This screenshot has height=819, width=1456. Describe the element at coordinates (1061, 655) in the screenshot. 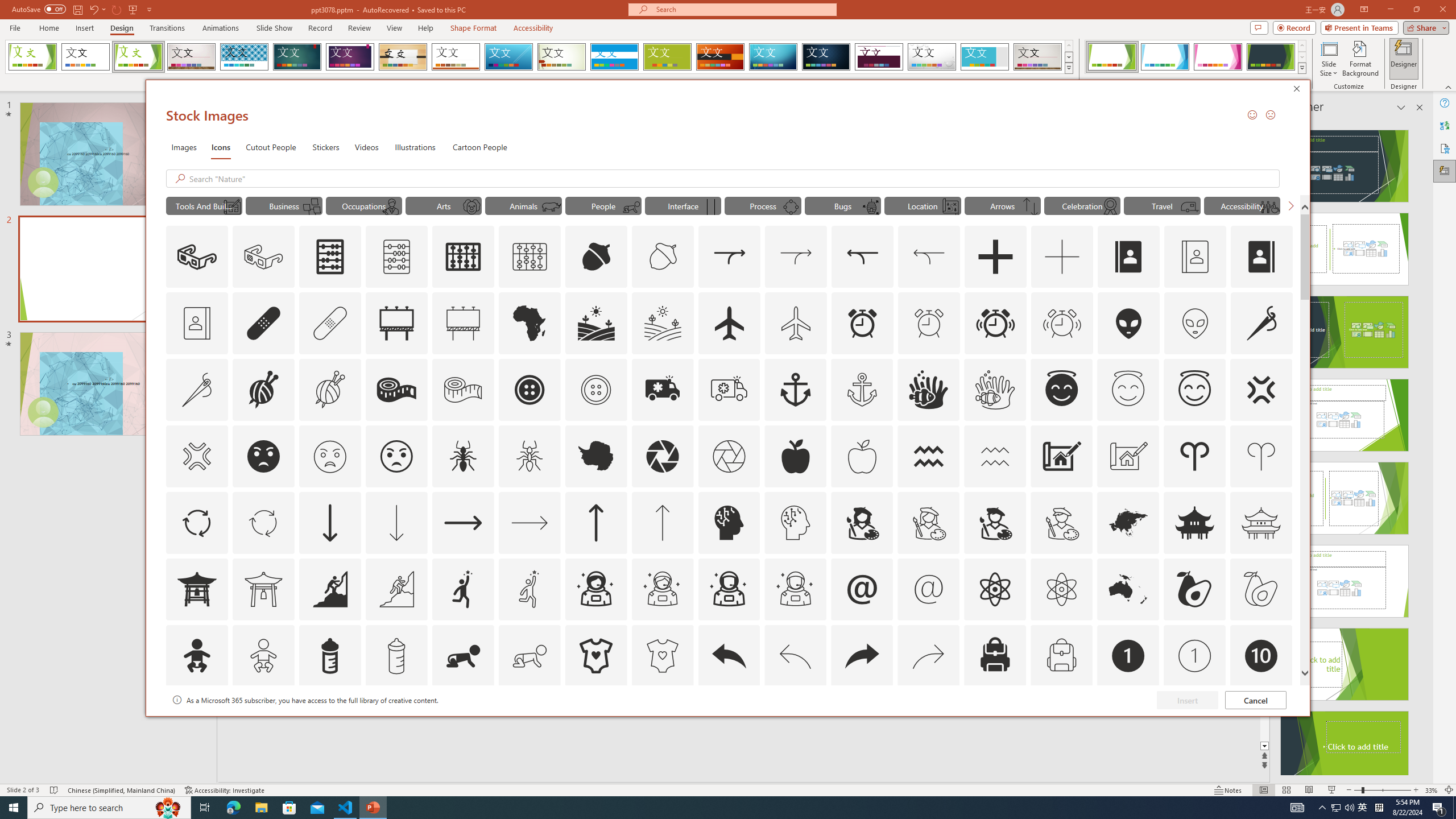

I see `'AutomationID: Icons_Backpack_M'` at that location.